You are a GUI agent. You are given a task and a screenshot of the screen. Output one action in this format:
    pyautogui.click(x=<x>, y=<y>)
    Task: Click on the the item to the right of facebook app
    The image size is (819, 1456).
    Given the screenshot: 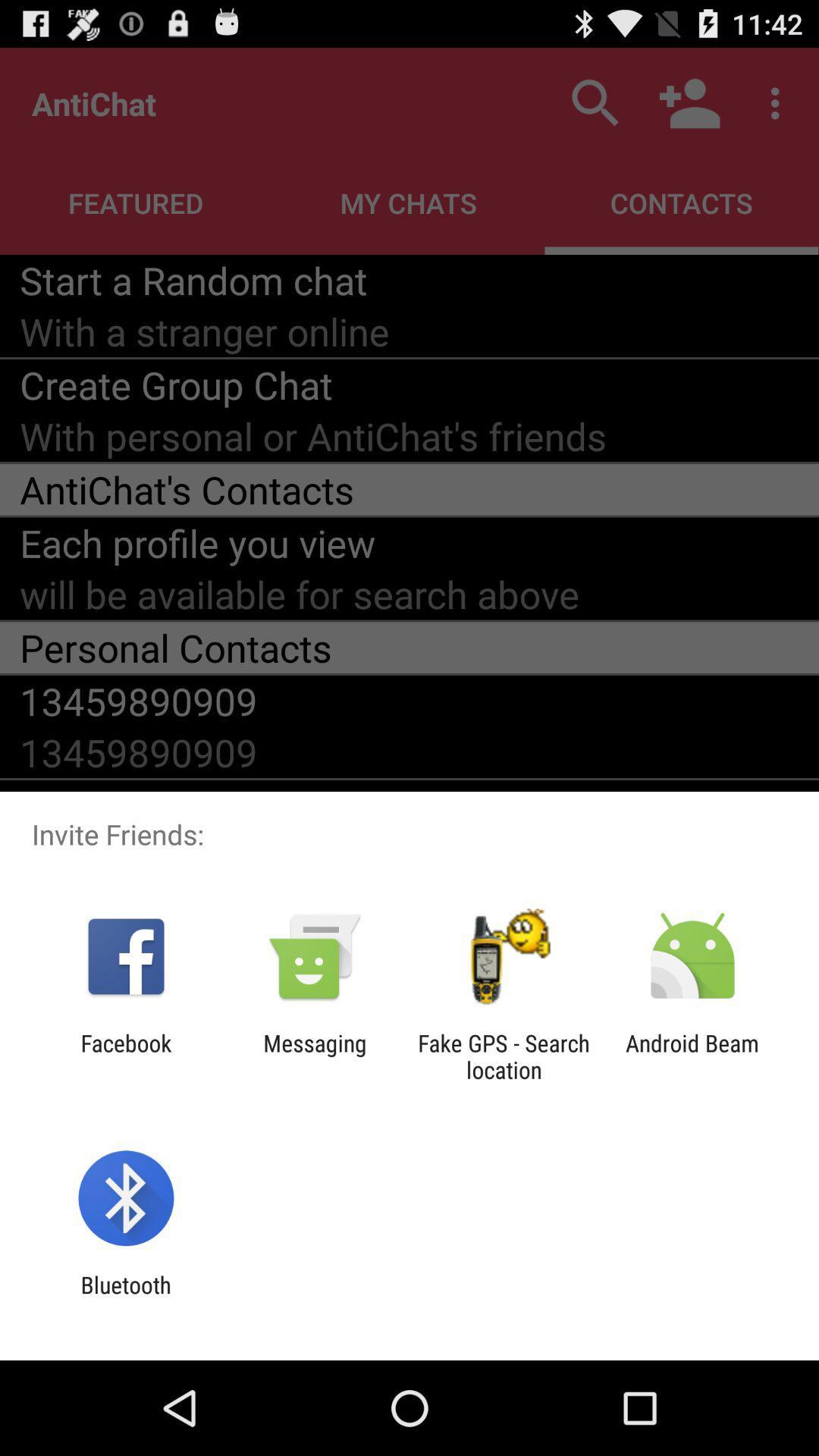 What is the action you would take?
    pyautogui.click(x=314, y=1056)
    